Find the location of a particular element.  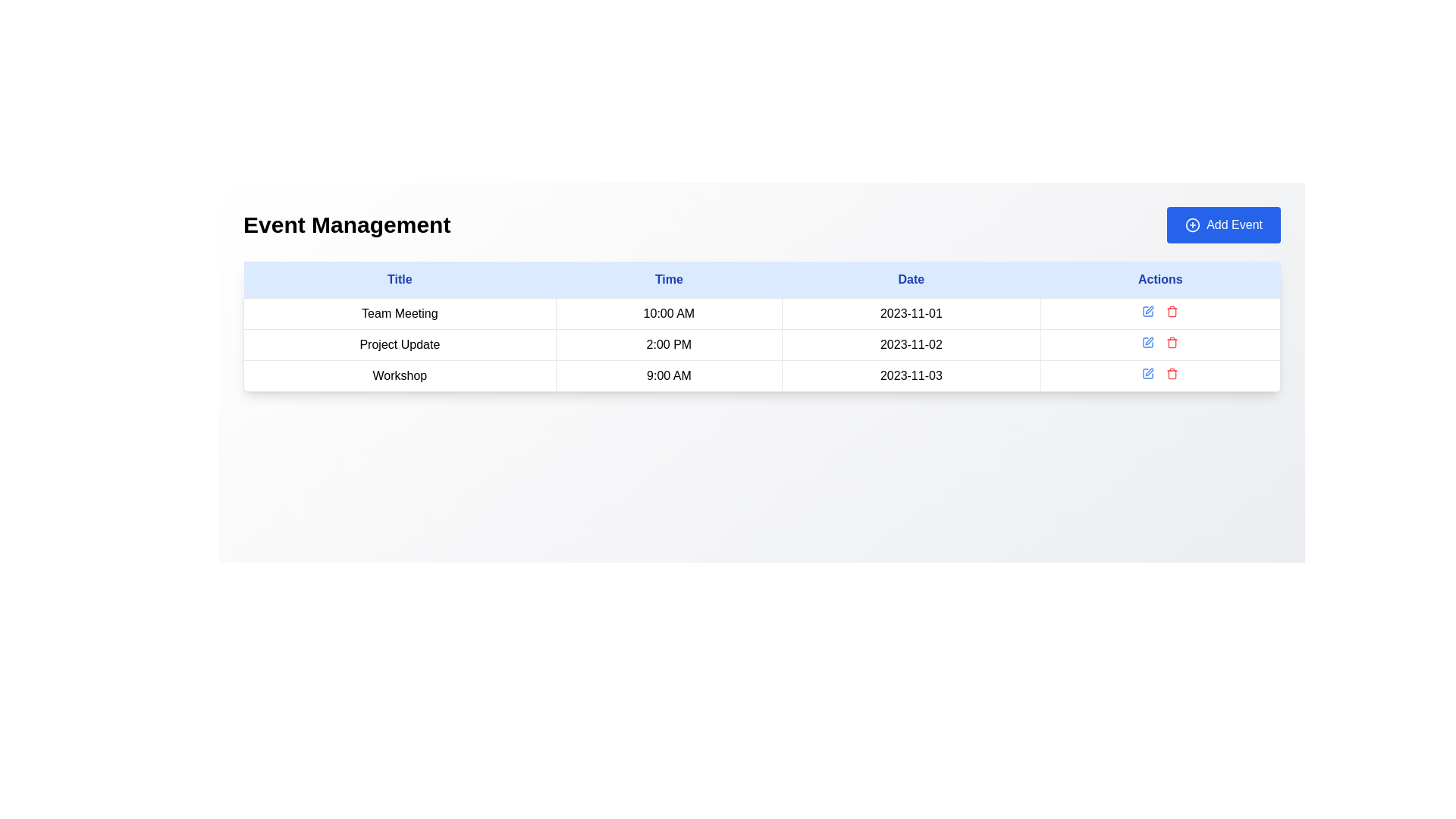

the trash can icon located in the 'Actions' column of the second row of the table is located at coordinates (1172, 344).